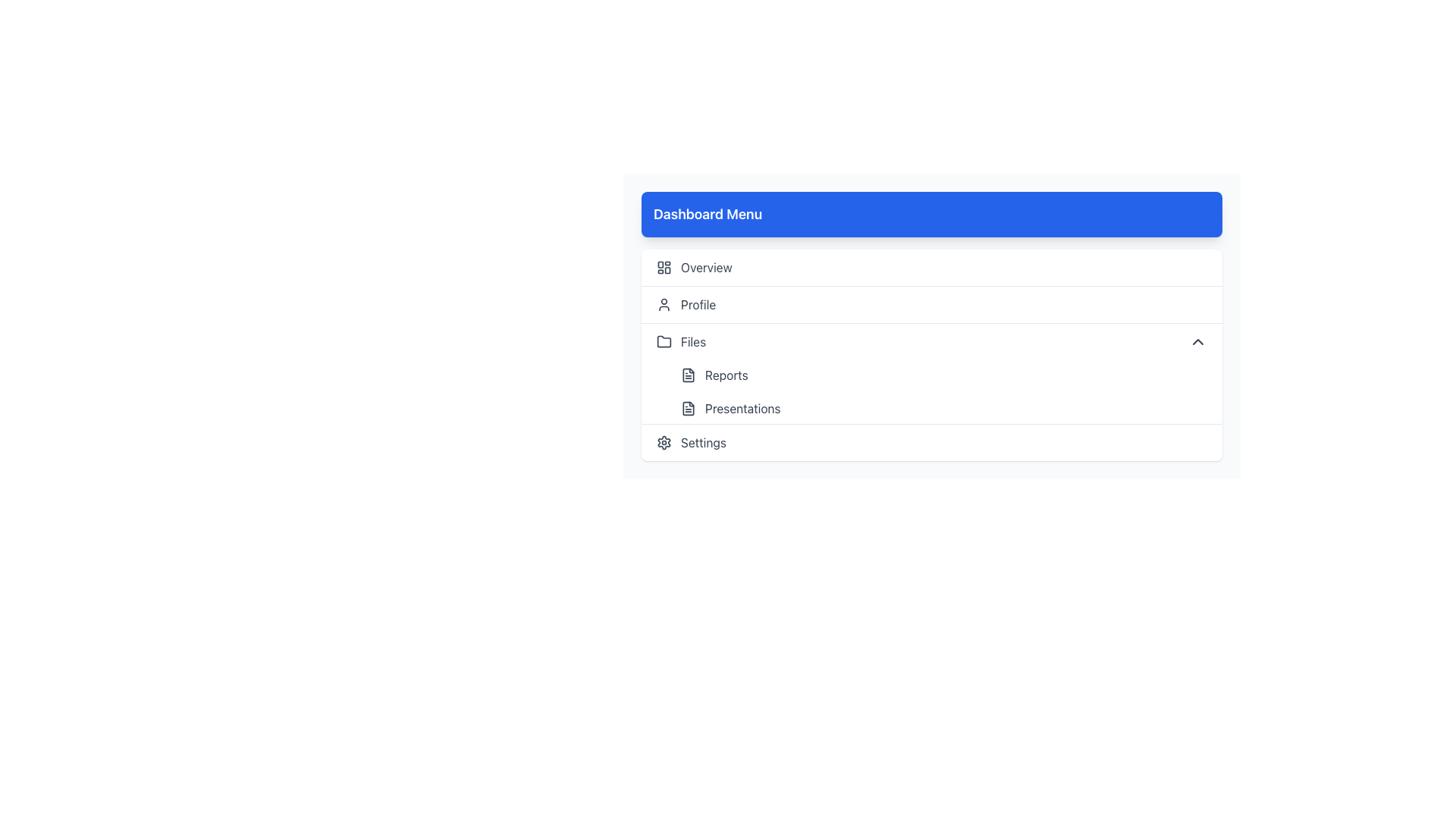 Image resolution: width=1456 pixels, height=819 pixels. I want to click on the header element that serves as the title for the menu section, located at the top-left corner of the visible menu area, so click(707, 214).